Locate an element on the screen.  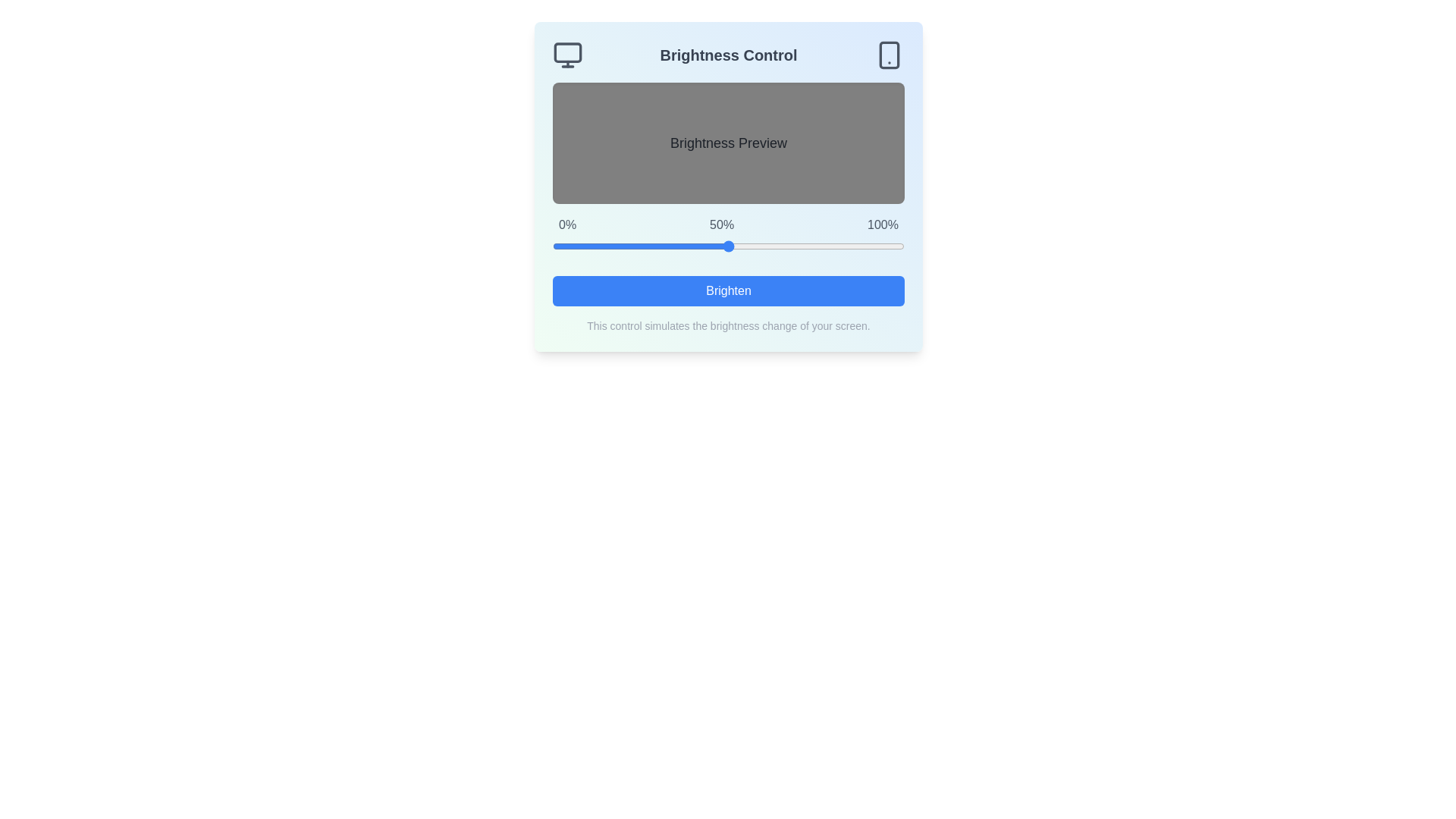
the brightness slider to 95% is located at coordinates (886, 245).